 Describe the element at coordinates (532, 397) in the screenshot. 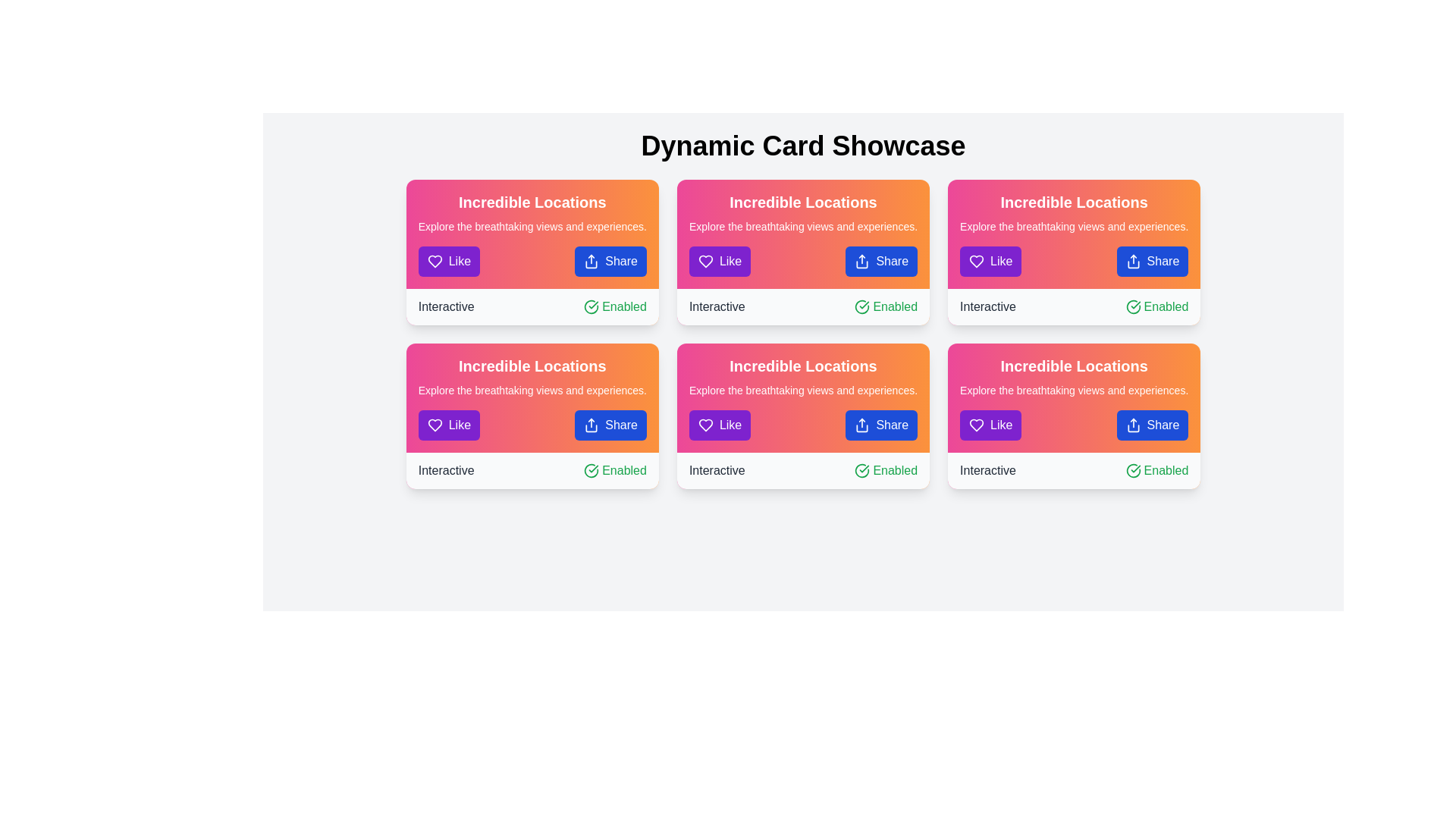

I see `the 'Incredible Locations' card located in the second row and first column of the grid layout to focus on it` at that location.